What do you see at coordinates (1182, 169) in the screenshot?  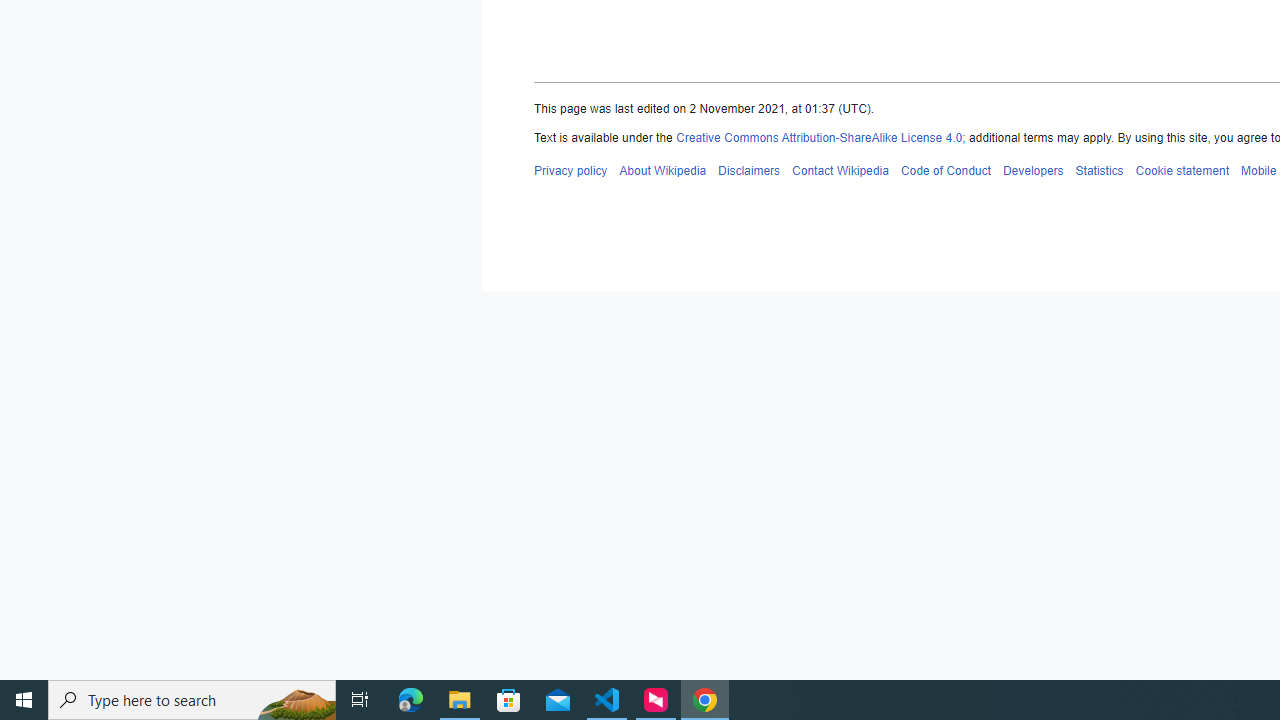 I see `'AutomationID: footer-places-cookiestatement'` at bounding box center [1182, 169].